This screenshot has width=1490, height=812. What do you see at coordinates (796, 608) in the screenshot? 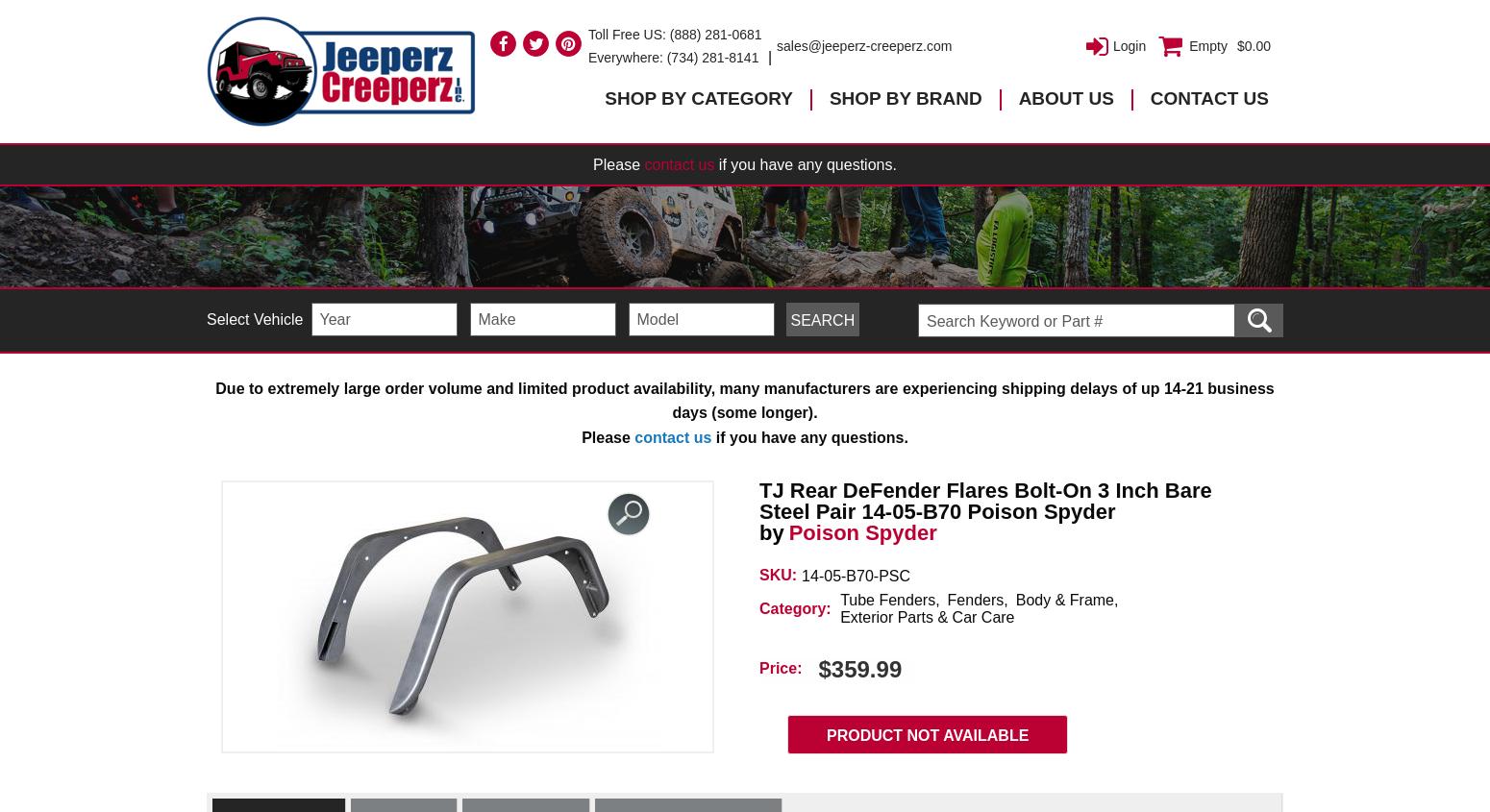
I see `'Category:'` at bounding box center [796, 608].